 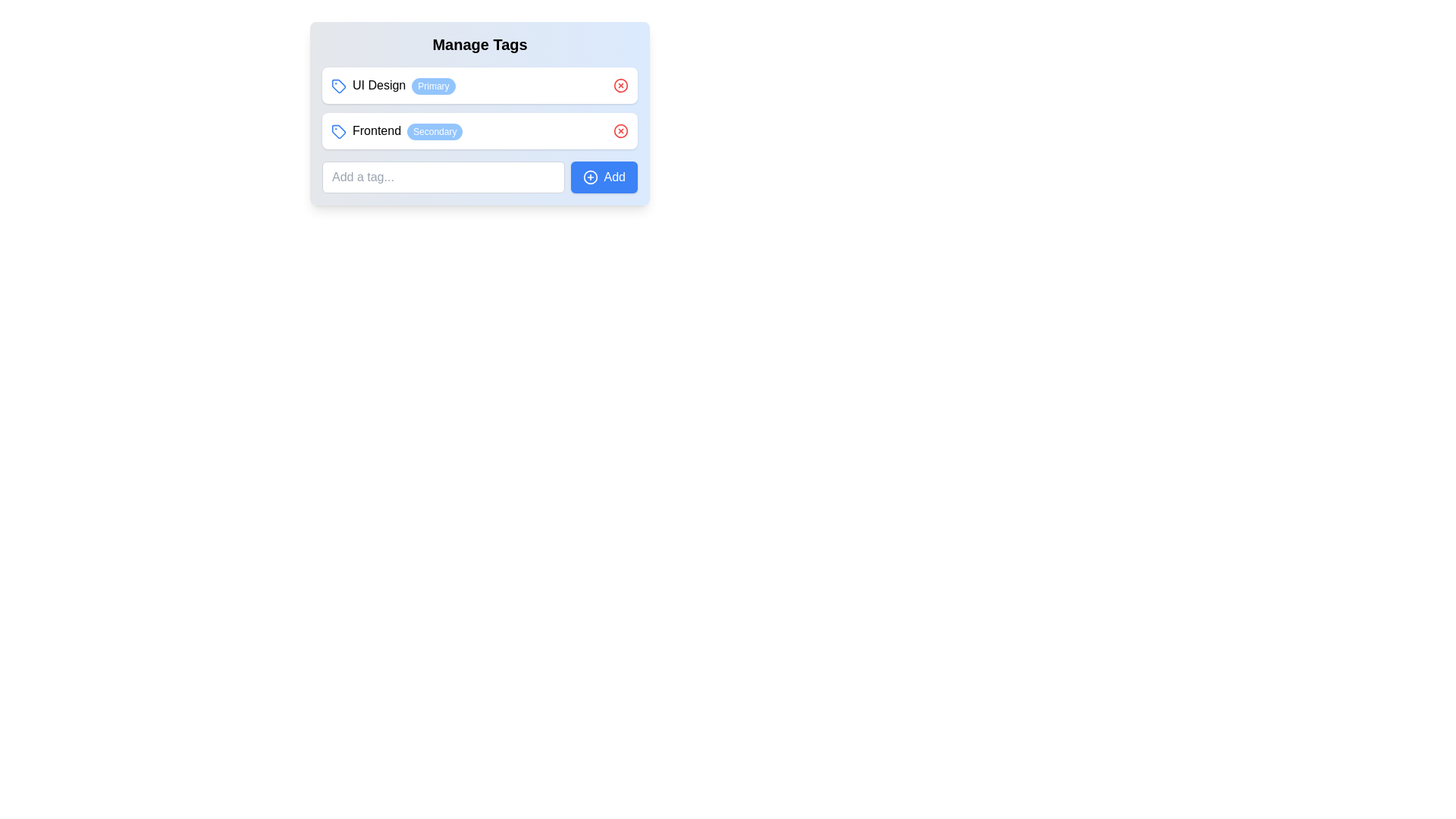 I want to click on the core circular part of the close button icon located to the right of the 'Frontend' tag in the 'Manage Tags' panel, so click(x=621, y=130).